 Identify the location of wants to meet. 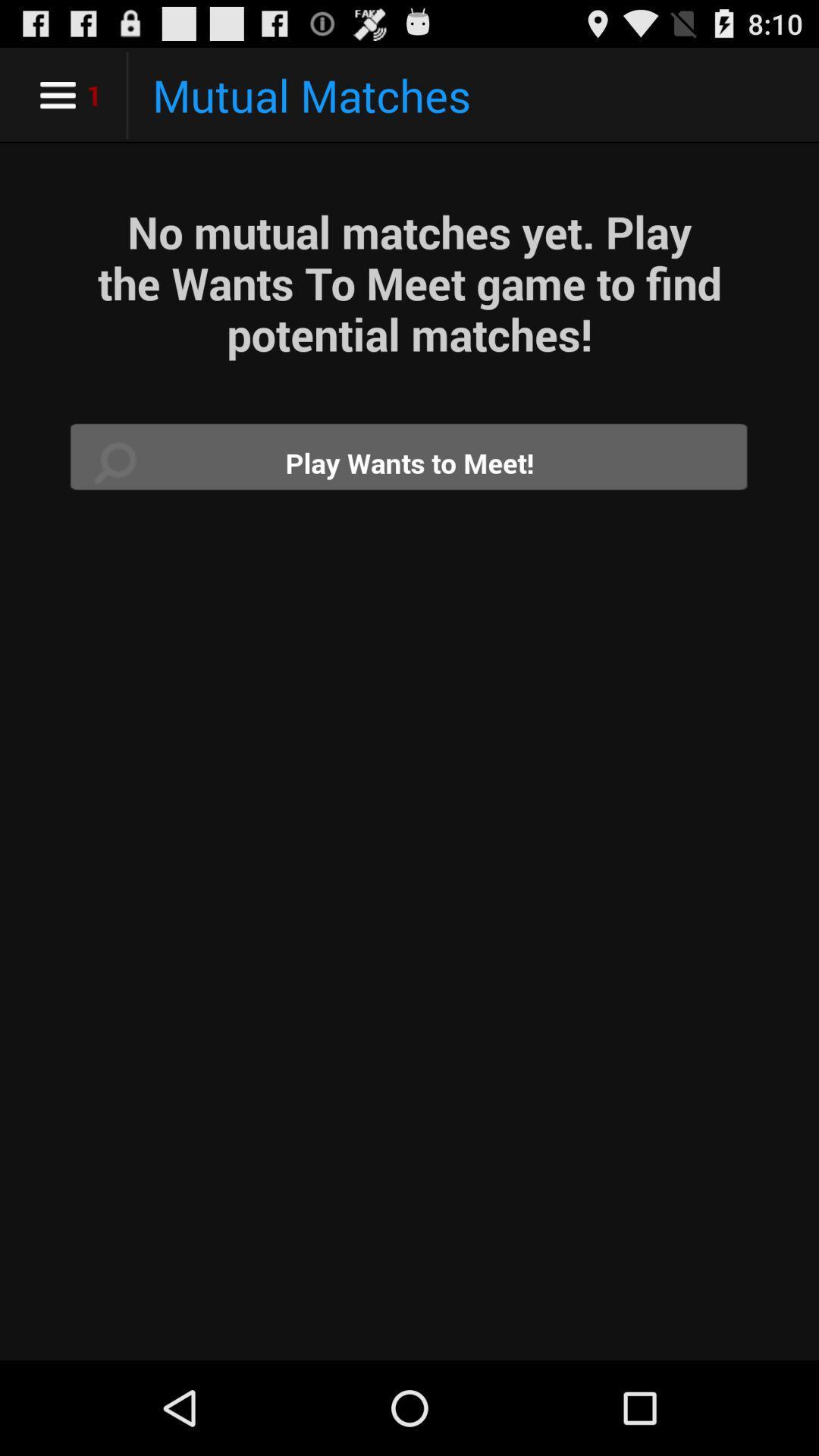
(409, 462).